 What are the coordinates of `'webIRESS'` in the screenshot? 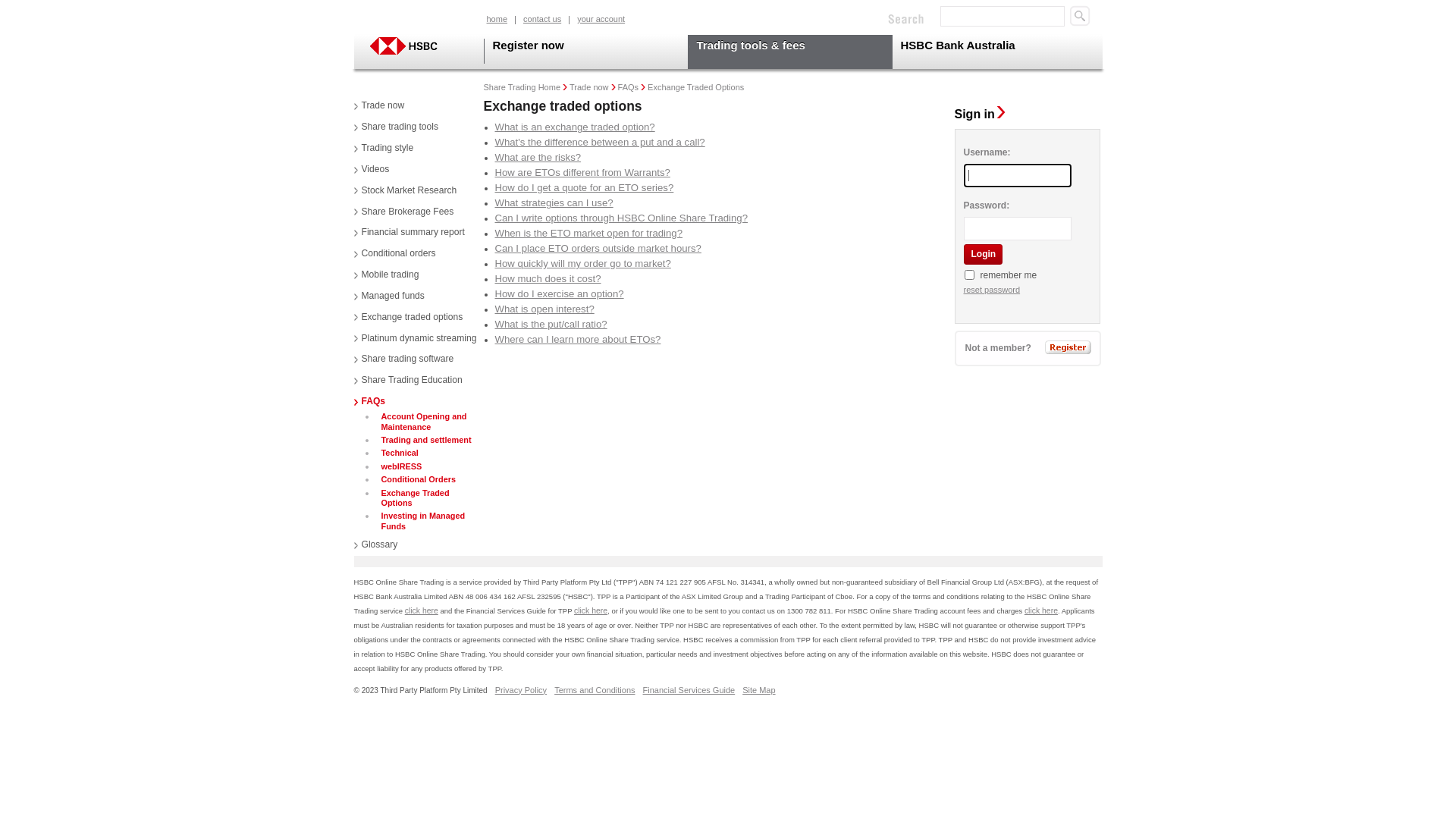 It's located at (400, 466).